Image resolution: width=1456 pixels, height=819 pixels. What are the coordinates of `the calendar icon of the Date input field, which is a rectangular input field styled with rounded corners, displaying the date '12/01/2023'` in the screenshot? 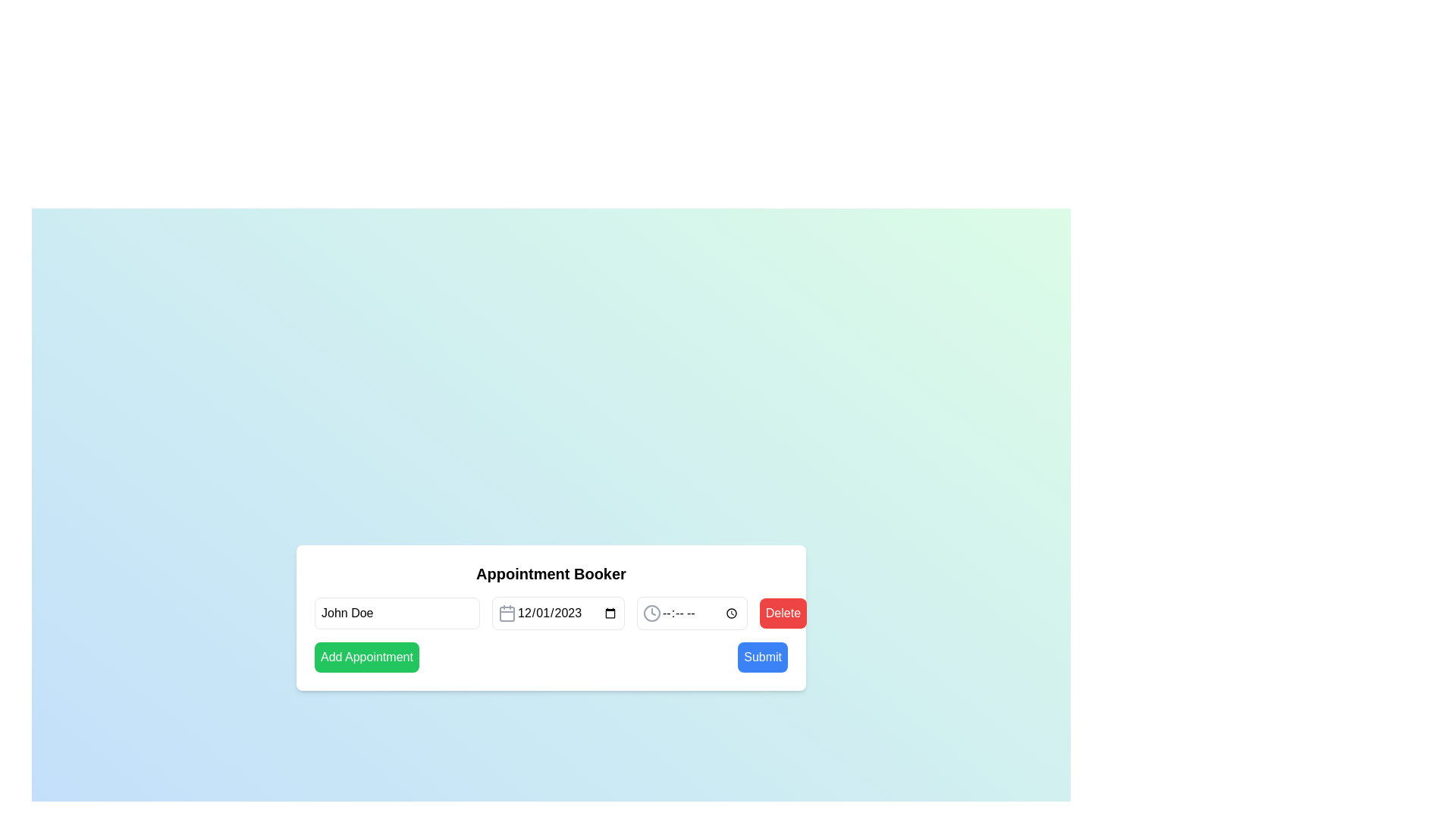 It's located at (557, 613).